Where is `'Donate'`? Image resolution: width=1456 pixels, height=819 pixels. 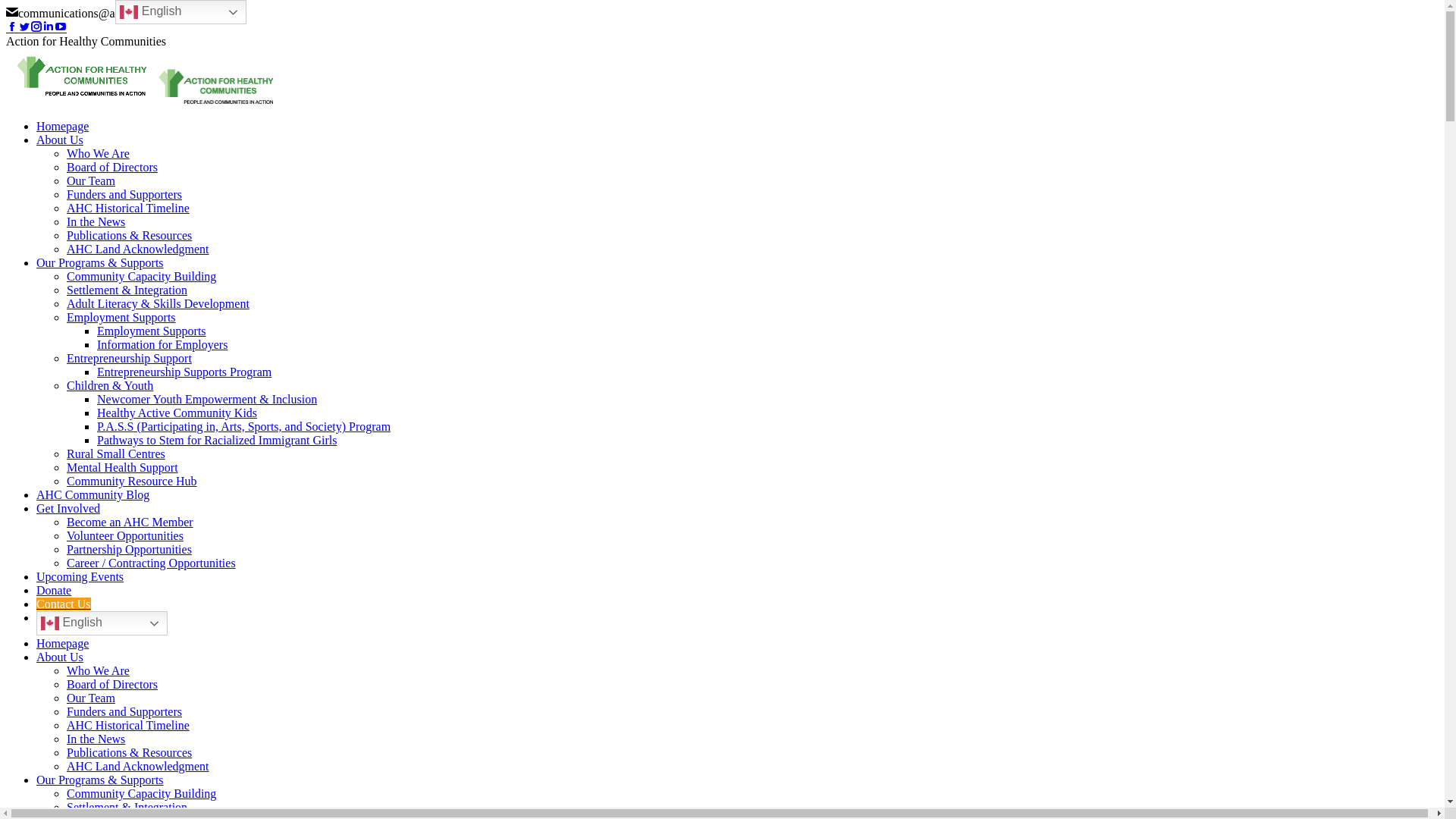
'Donate' is located at coordinates (54, 589).